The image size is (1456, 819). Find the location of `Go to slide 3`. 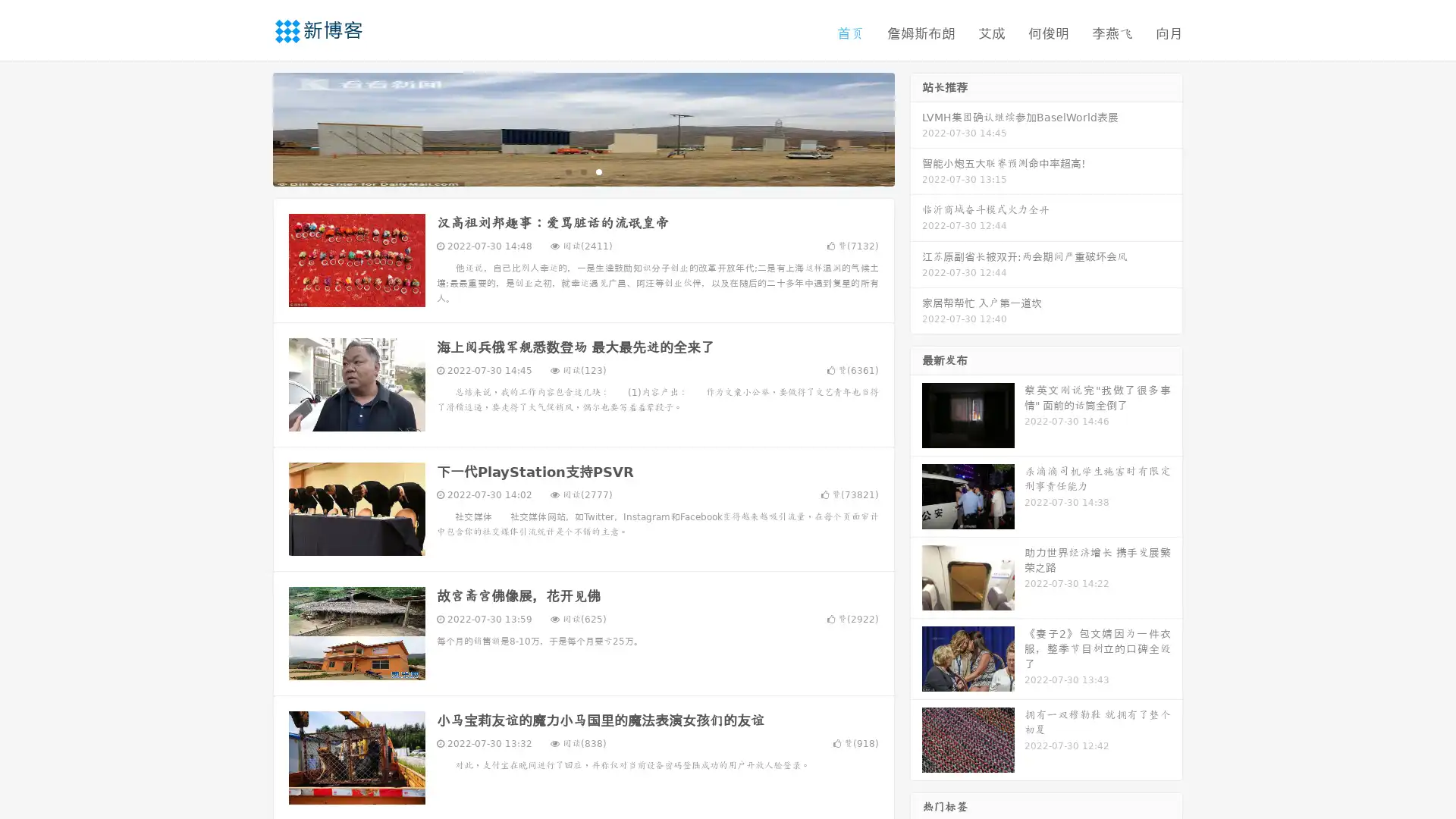

Go to slide 3 is located at coordinates (598, 171).